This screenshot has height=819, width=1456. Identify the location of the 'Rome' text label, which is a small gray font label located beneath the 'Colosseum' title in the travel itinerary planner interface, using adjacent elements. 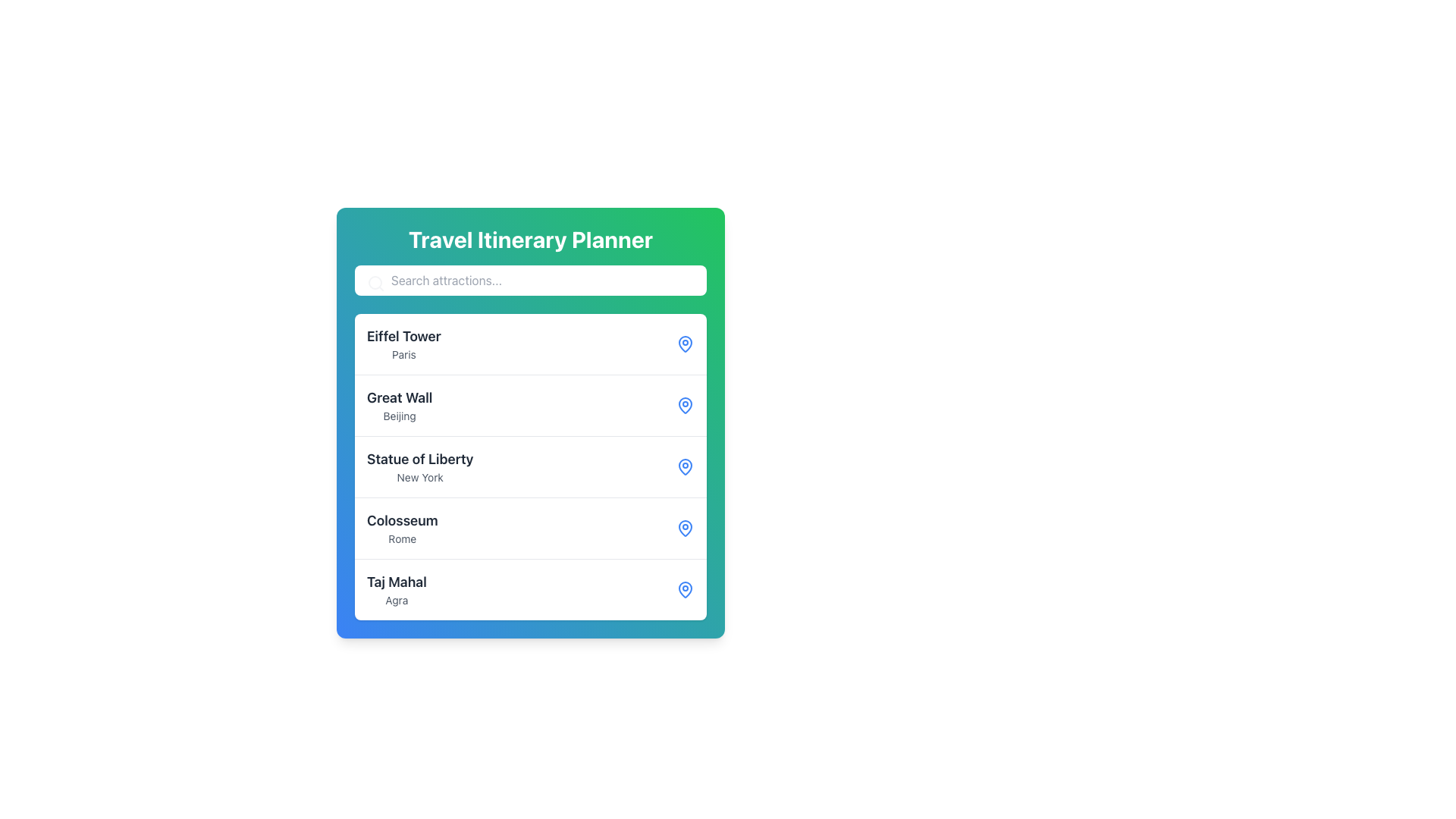
(402, 538).